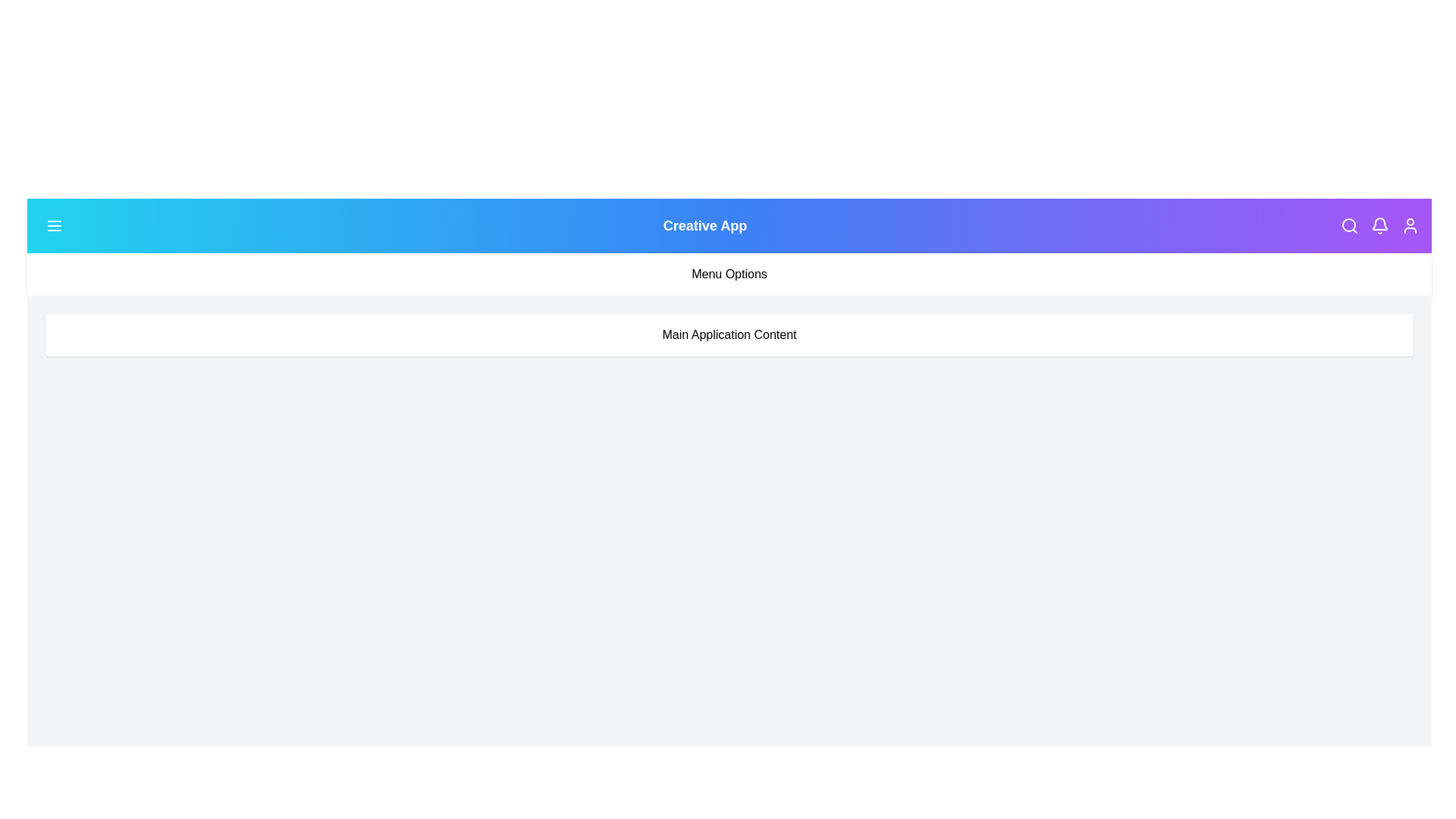 The image size is (1456, 819). What do you see at coordinates (1350, 225) in the screenshot?
I see `the search icon in the app bar` at bounding box center [1350, 225].